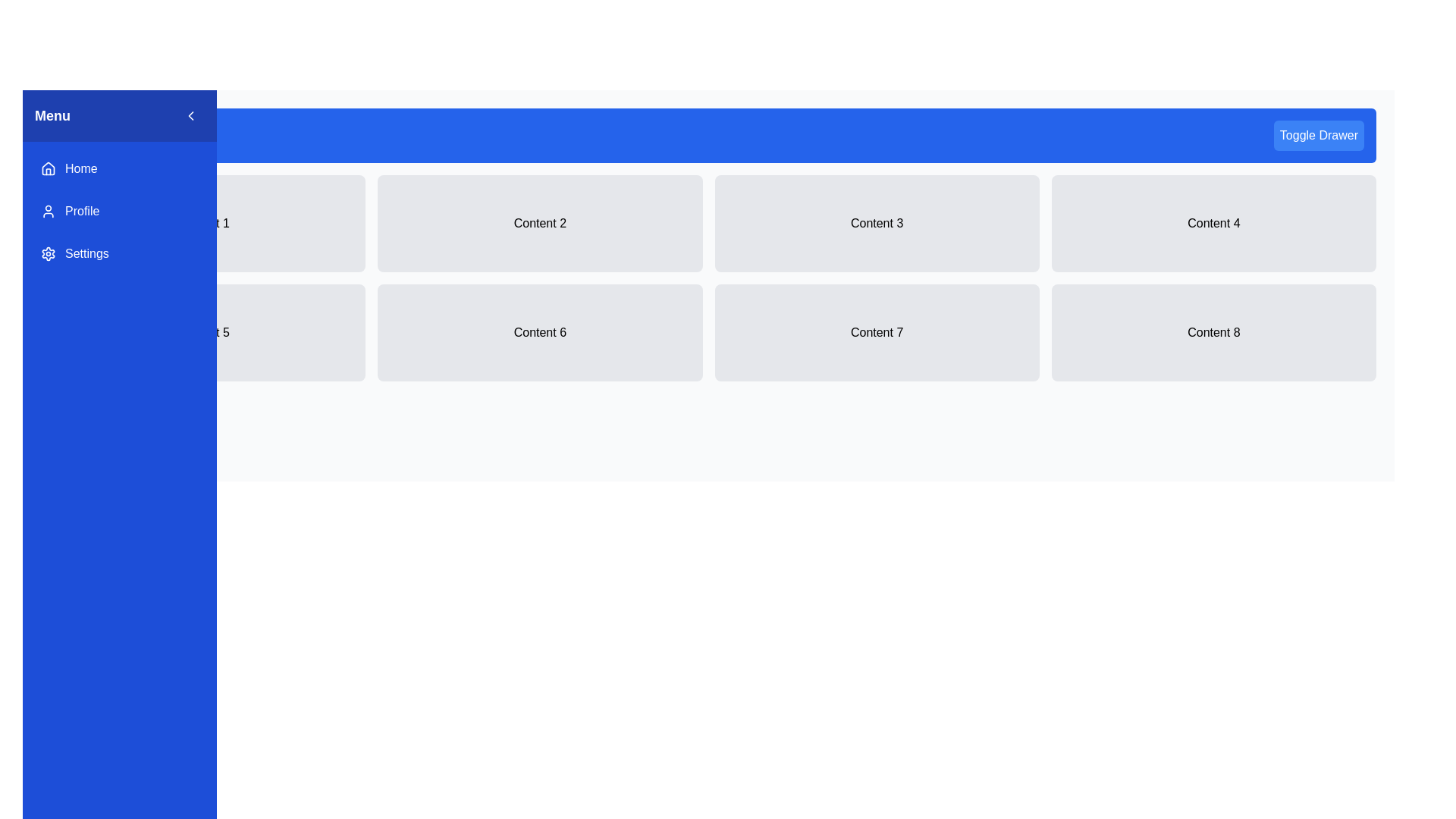  What do you see at coordinates (190, 115) in the screenshot?
I see `the button located in the top-right corner of the menu header` at bounding box center [190, 115].